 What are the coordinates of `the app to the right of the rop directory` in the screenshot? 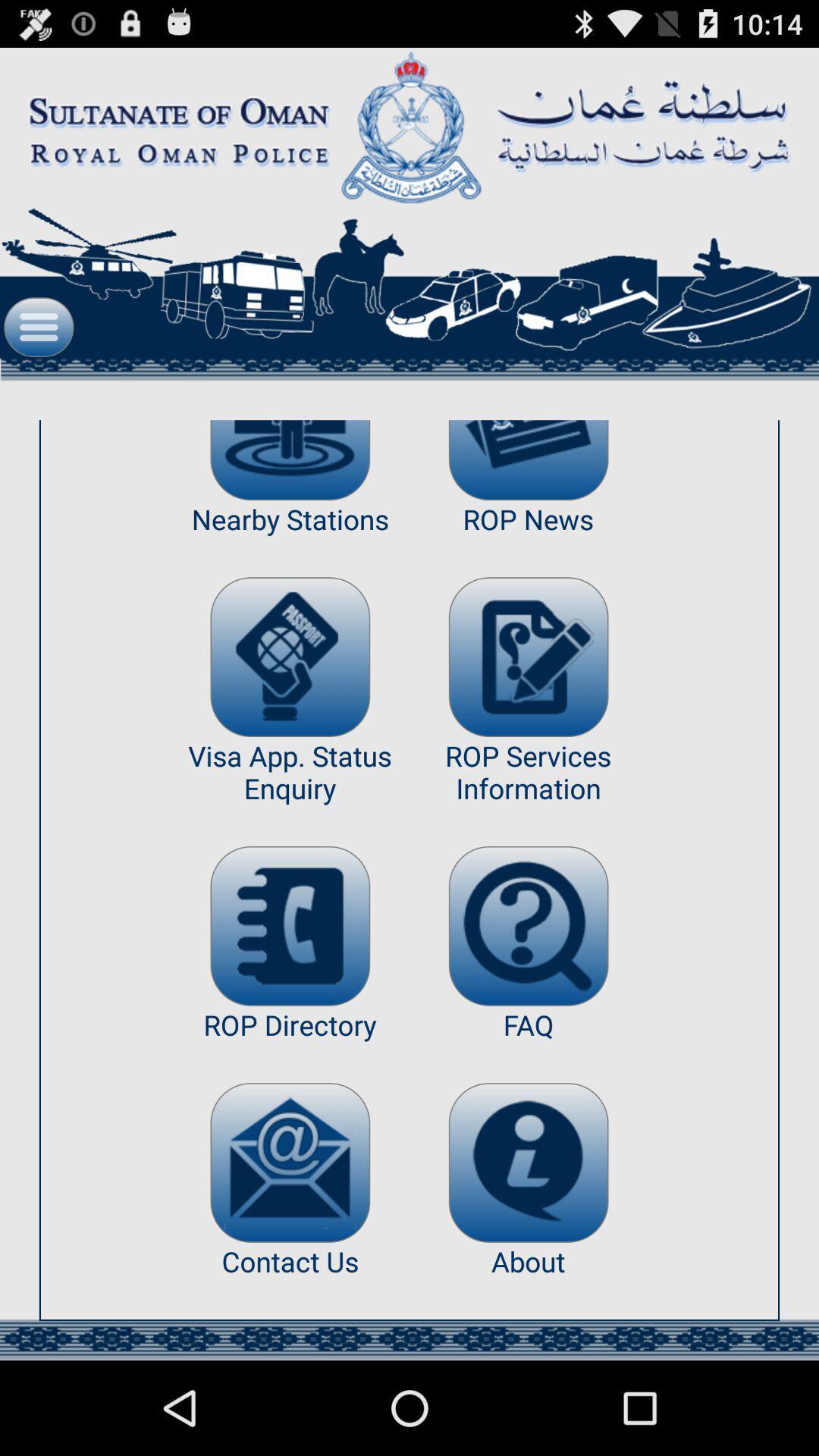 It's located at (528, 1162).